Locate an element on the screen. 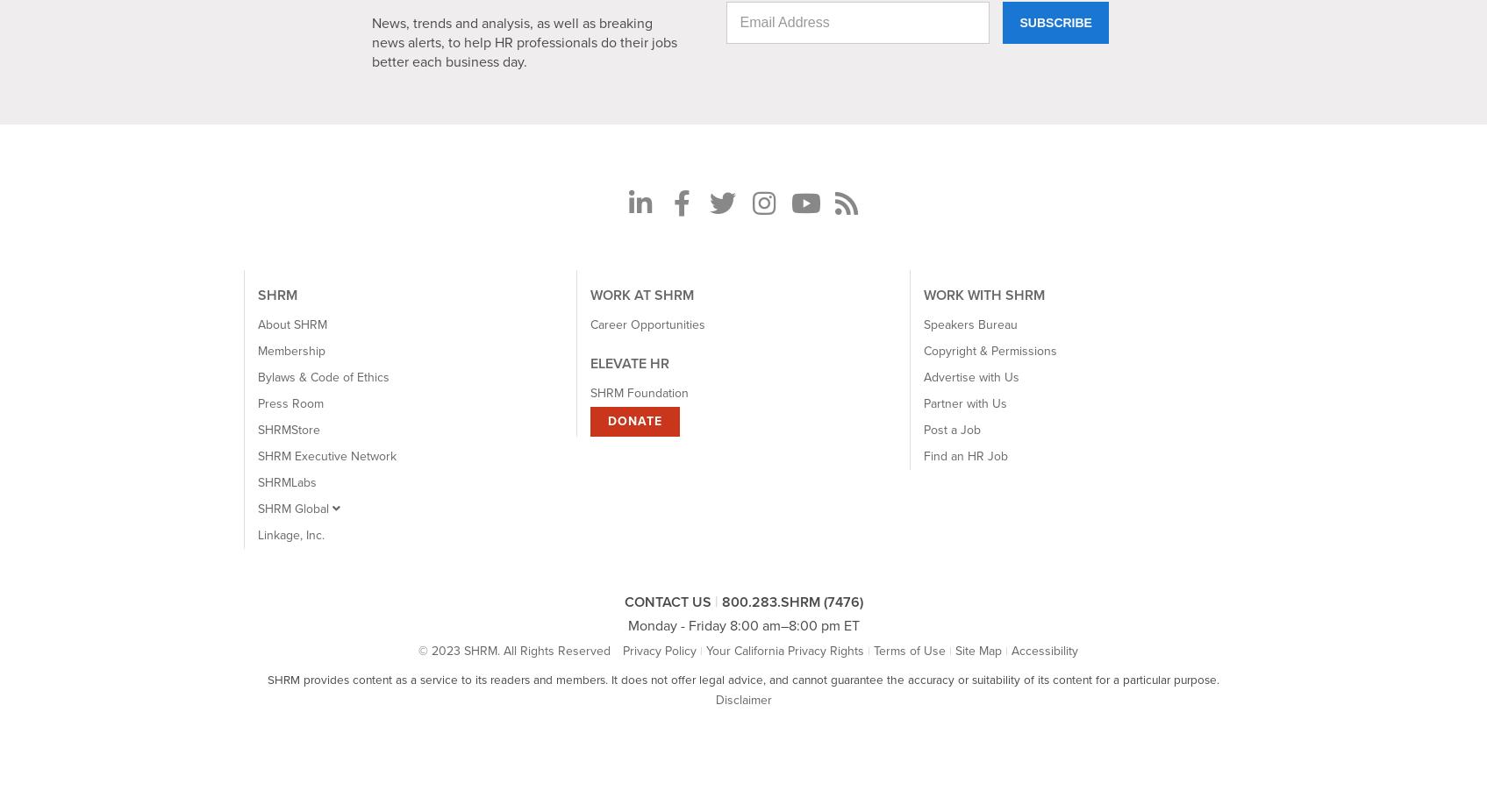 This screenshot has height=812, width=1487. 'Career Opportunities' is located at coordinates (647, 324).